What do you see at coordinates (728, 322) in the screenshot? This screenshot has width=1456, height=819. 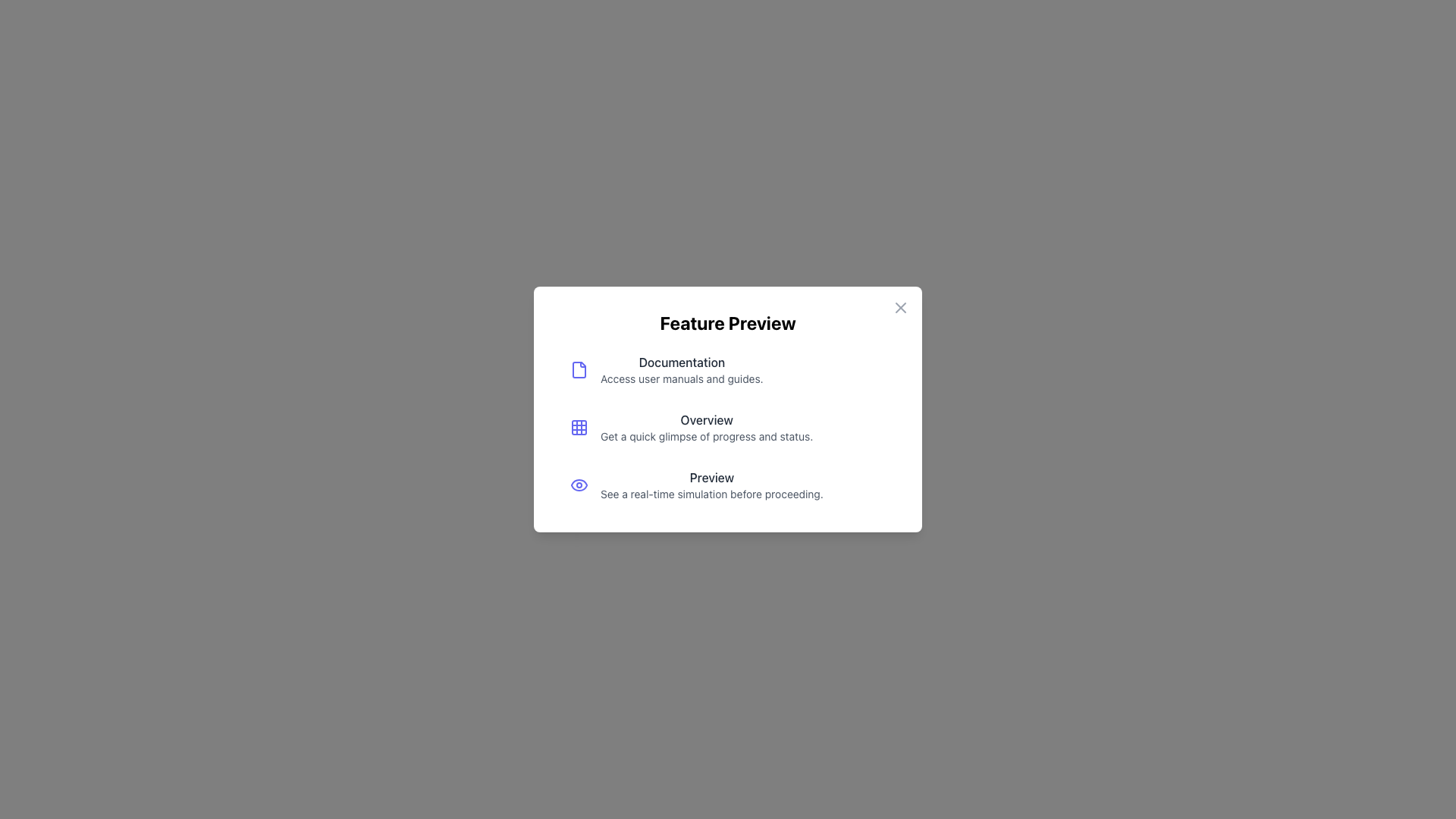 I see `the text label located at the top-center of the white card-like structure, which summarizes the purpose of the dialog or section` at bounding box center [728, 322].